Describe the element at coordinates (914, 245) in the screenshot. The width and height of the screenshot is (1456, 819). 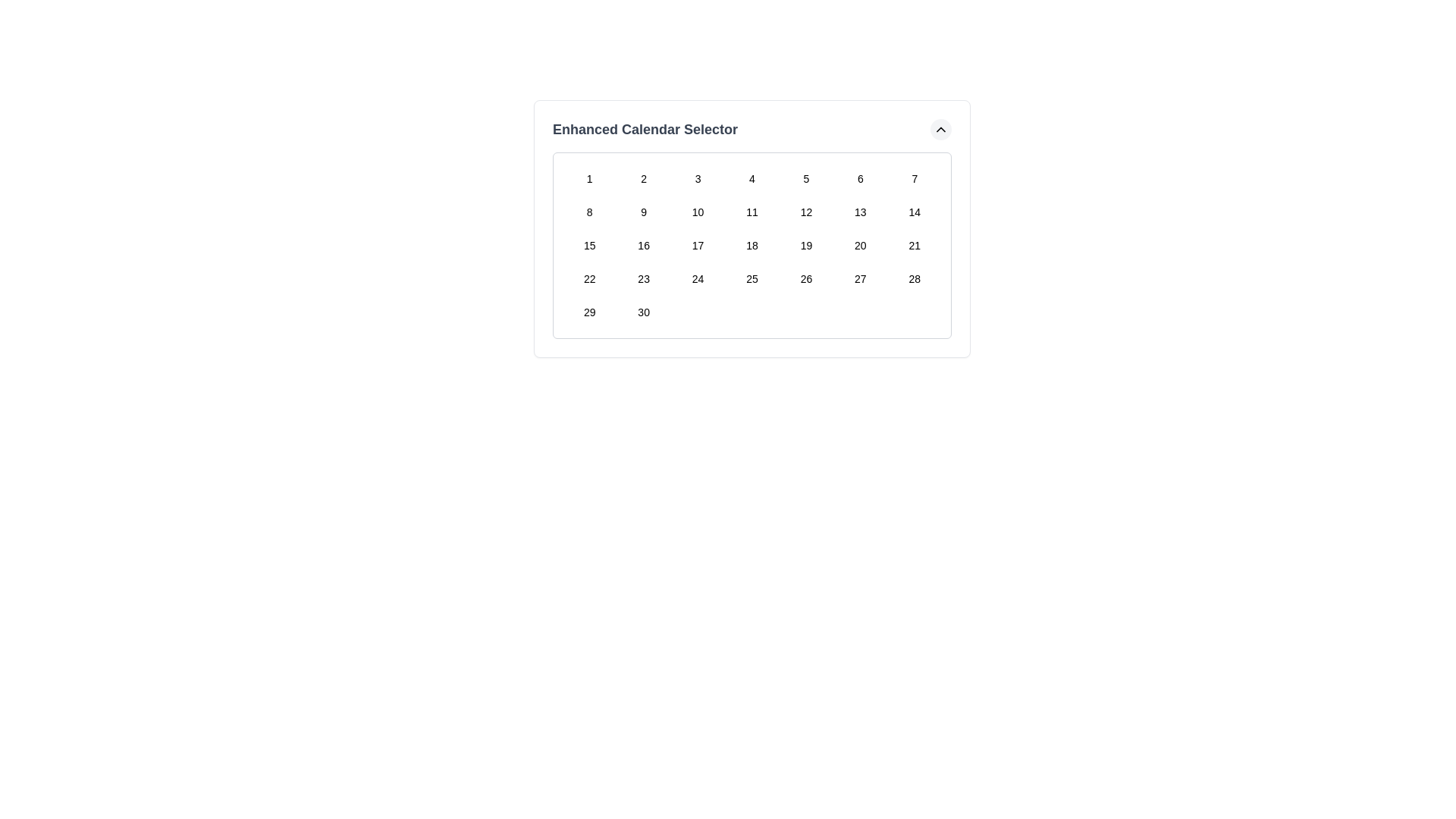
I see `the rectangular interactive button displaying the number '21'` at that location.